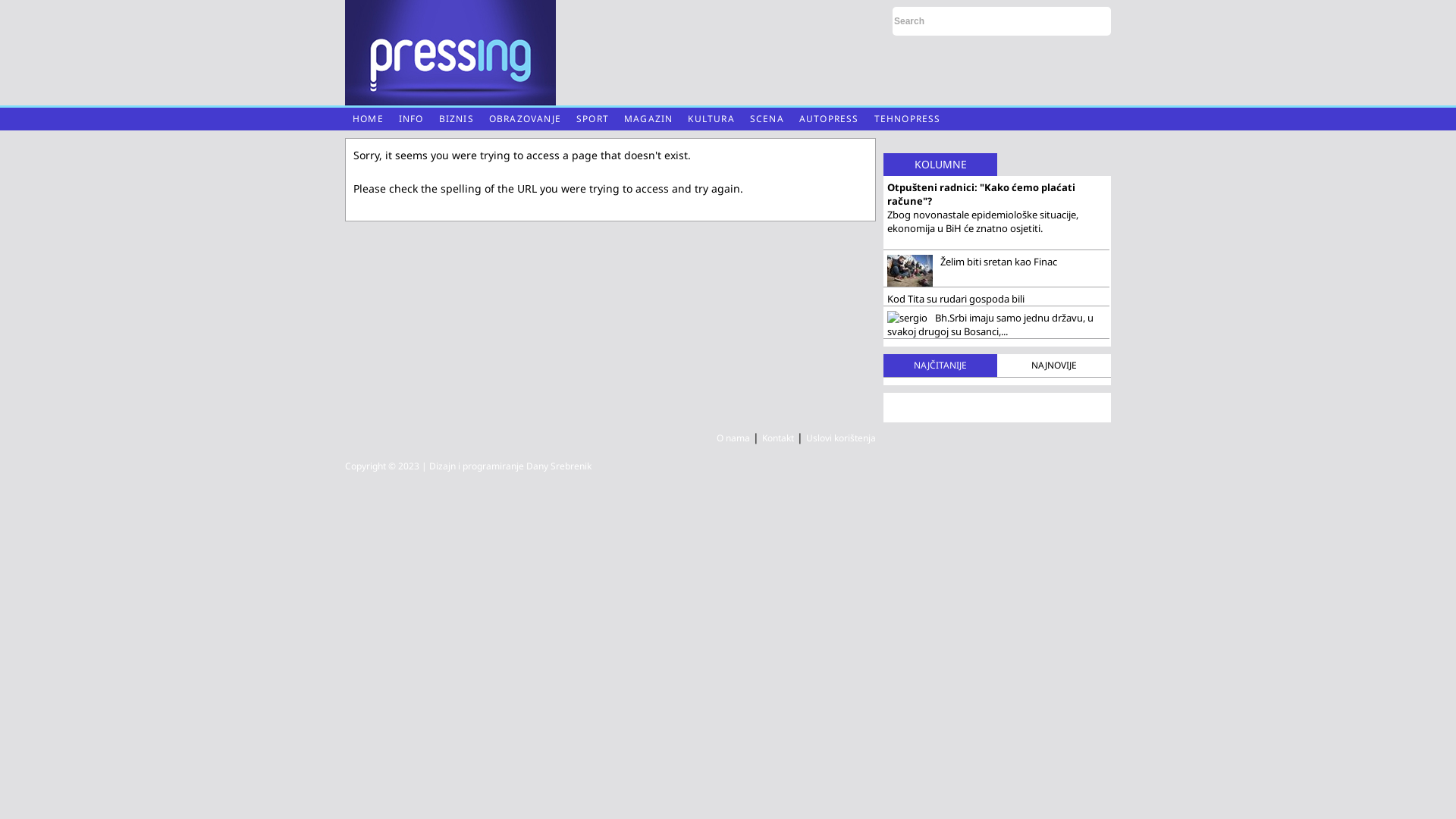 This screenshot has width=1456, height=819. What do you see at coordinates (778, 438) in the screenshot?
I see `'Kontakt'` at bounding box center [778, 438].